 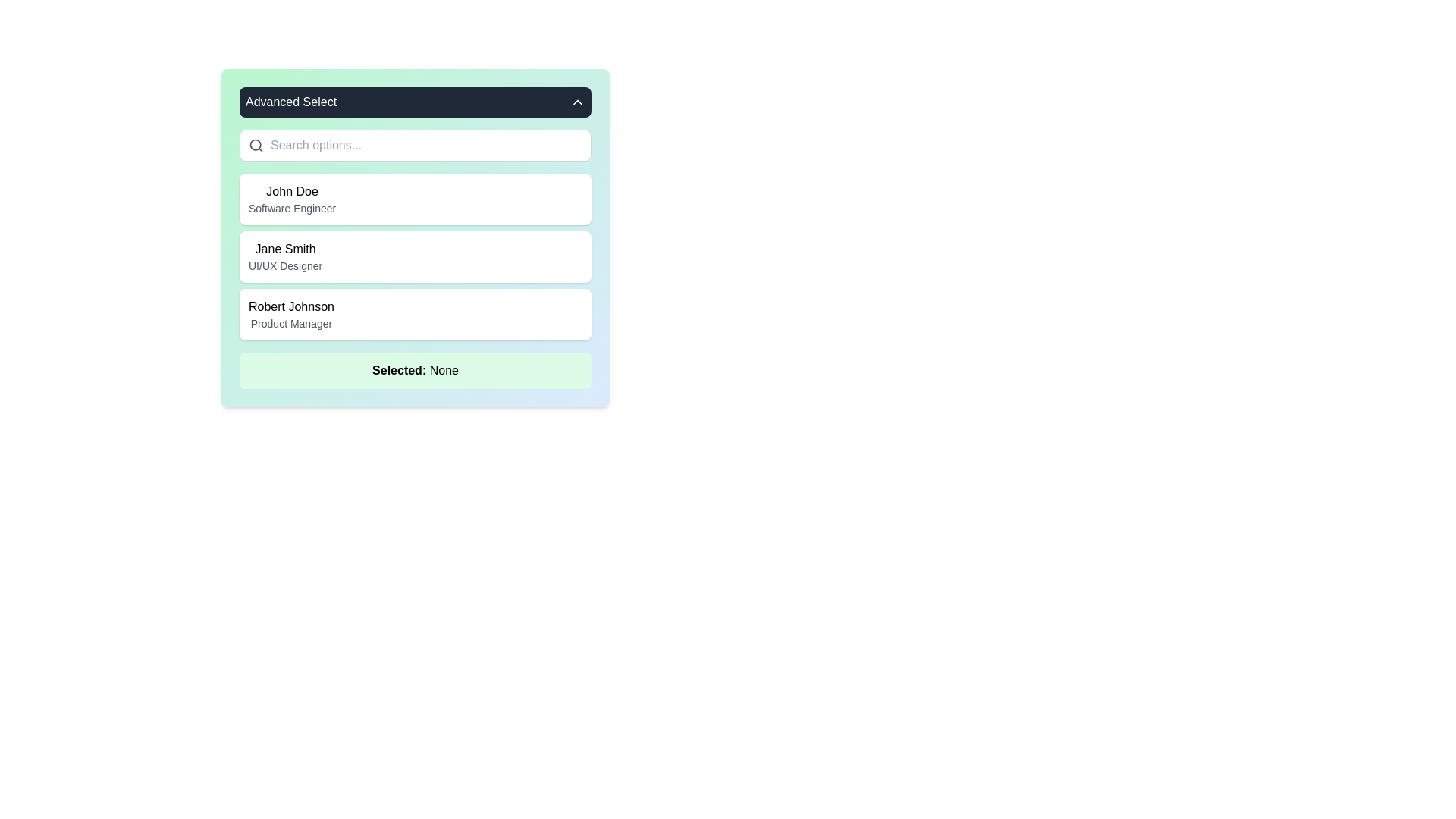 What do you see at coordinates (285, 265) in the screenshot?
I see `the Text label that describes the profession or role associated with 'Jane Smith', which is positioned directly below her name in the UI` at bounding box center [285, 265].